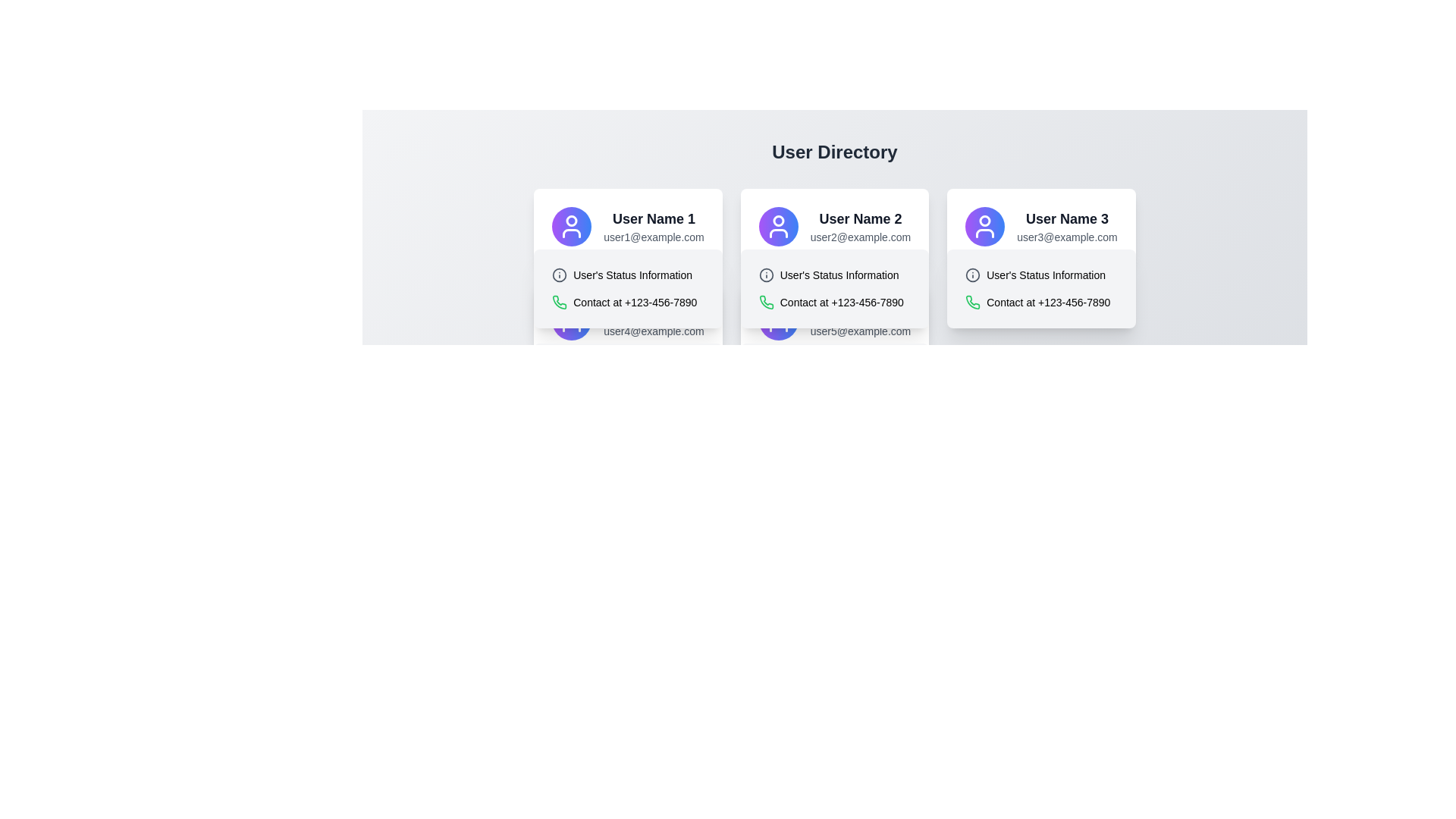 The height and width of the screenshot is (819, 1456). What do you see at coordinates (628, 275) in the screenshot?
I see `the Label with icon that displays 'User's Status Information', featuring a circular gray icon with an 'i' inside, located in the upper half of the card structure` at bounding box center [628, 275].